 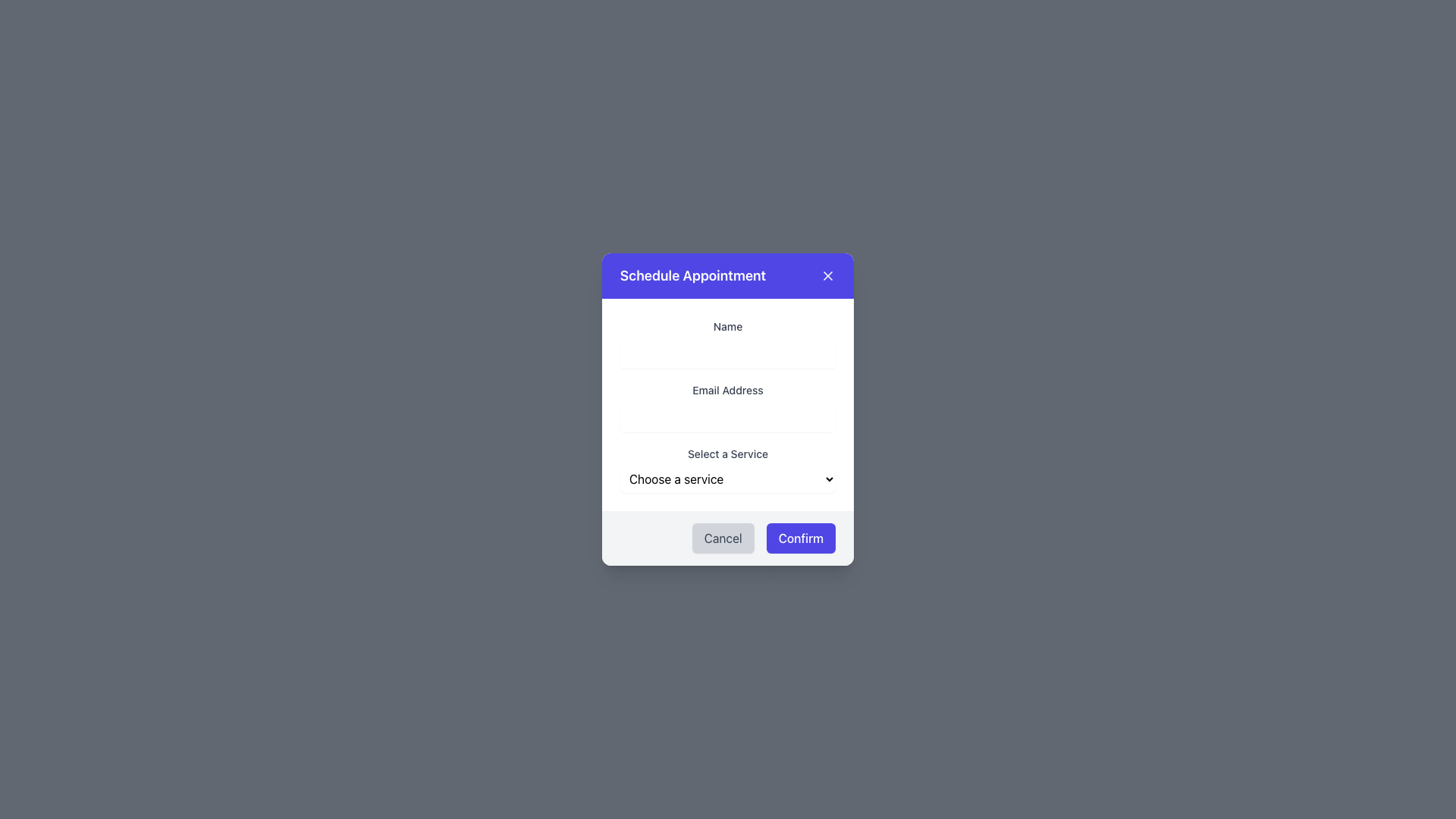 I want to click on the 'Cancel' button located at the bottom left of the modal dialog to trigger the hover effect, so click(x=722, y=537).